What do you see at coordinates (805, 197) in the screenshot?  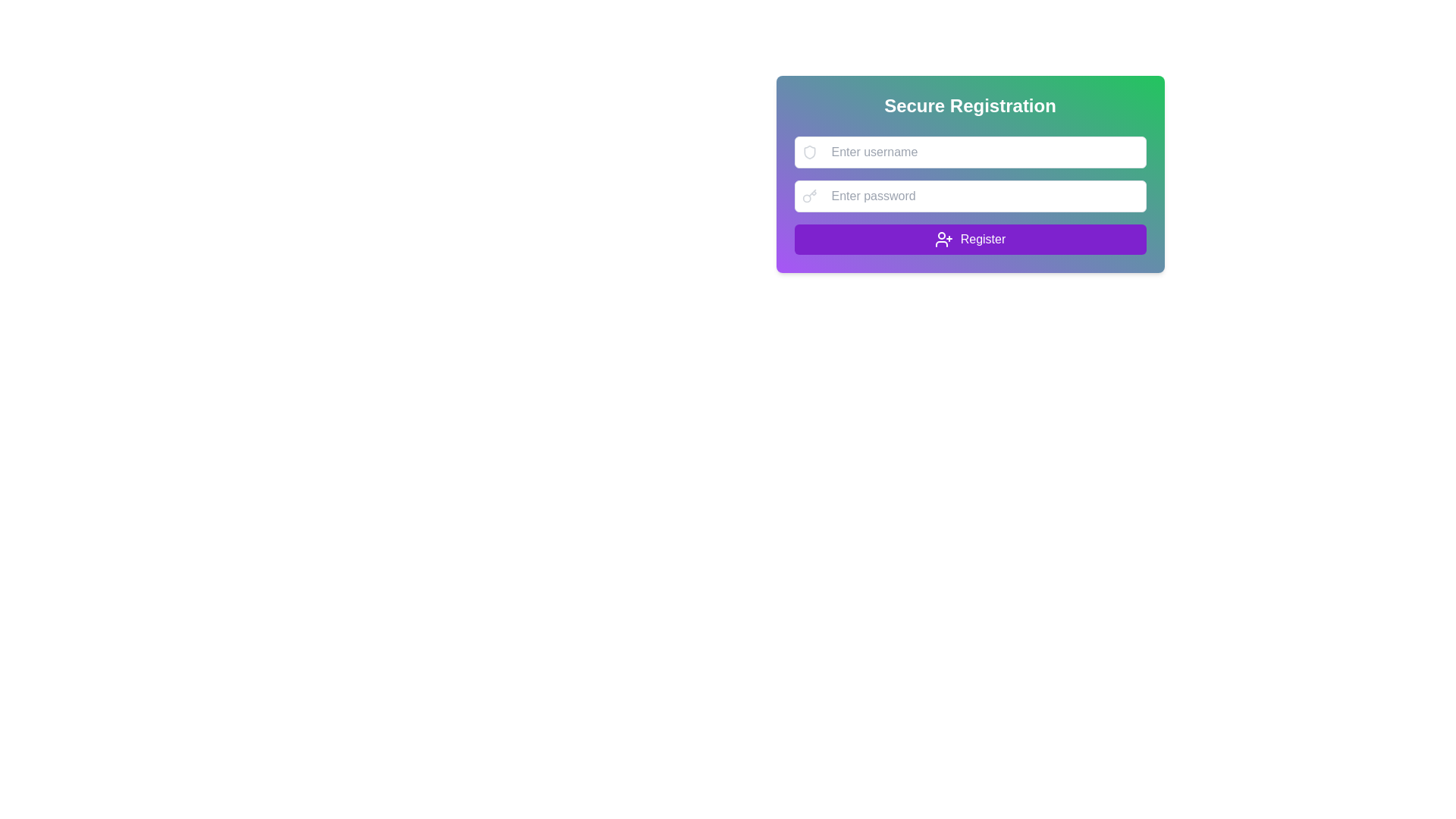 I see `the circular icon element located to the left of the 'Enter password' text field in the registration interface` at bounding box center [805, 197].